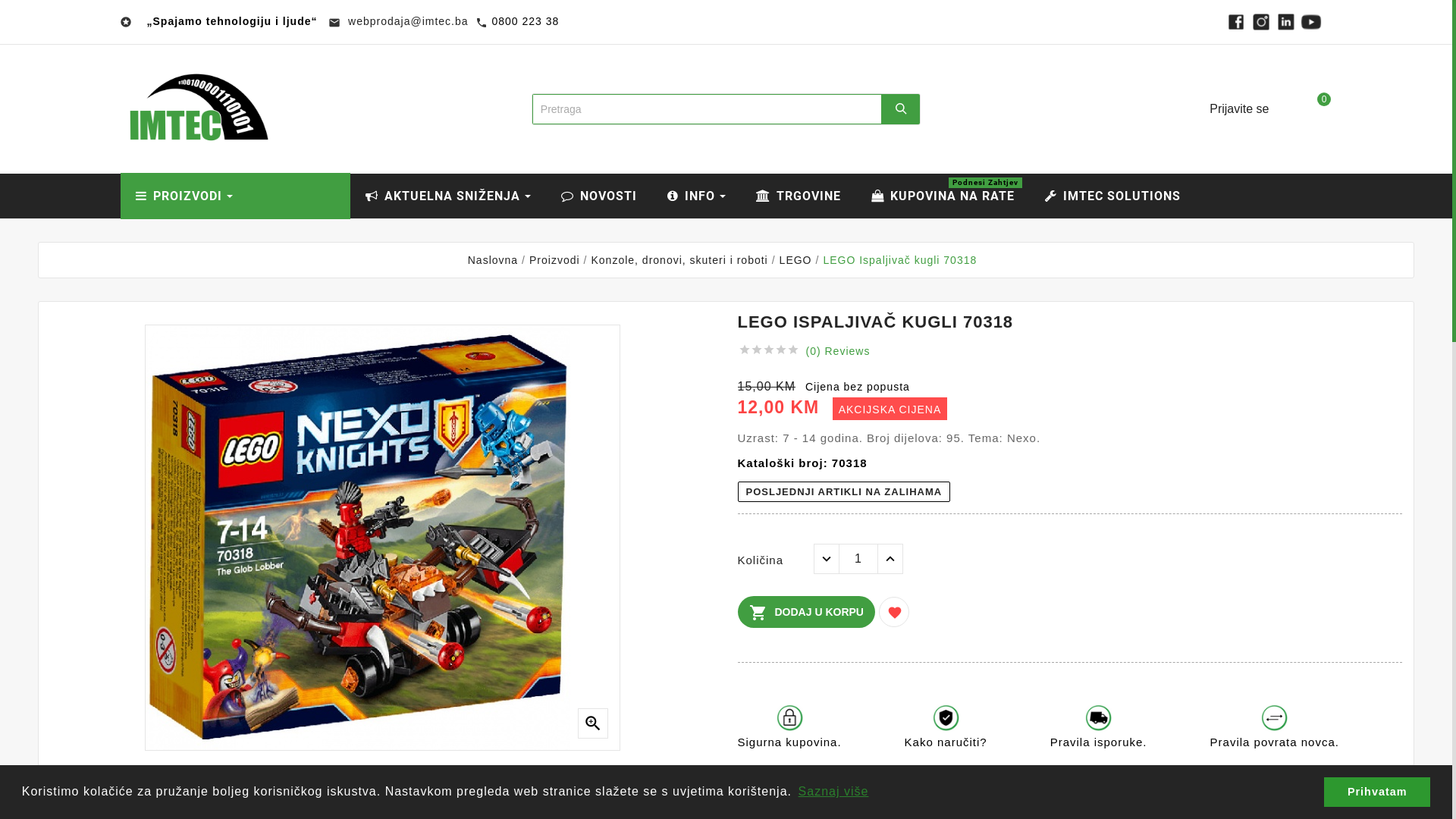 The height and width of the screenshot is (819, 1456). I want to click on 'webprodaja@imtec.ba', so click(406, 20).